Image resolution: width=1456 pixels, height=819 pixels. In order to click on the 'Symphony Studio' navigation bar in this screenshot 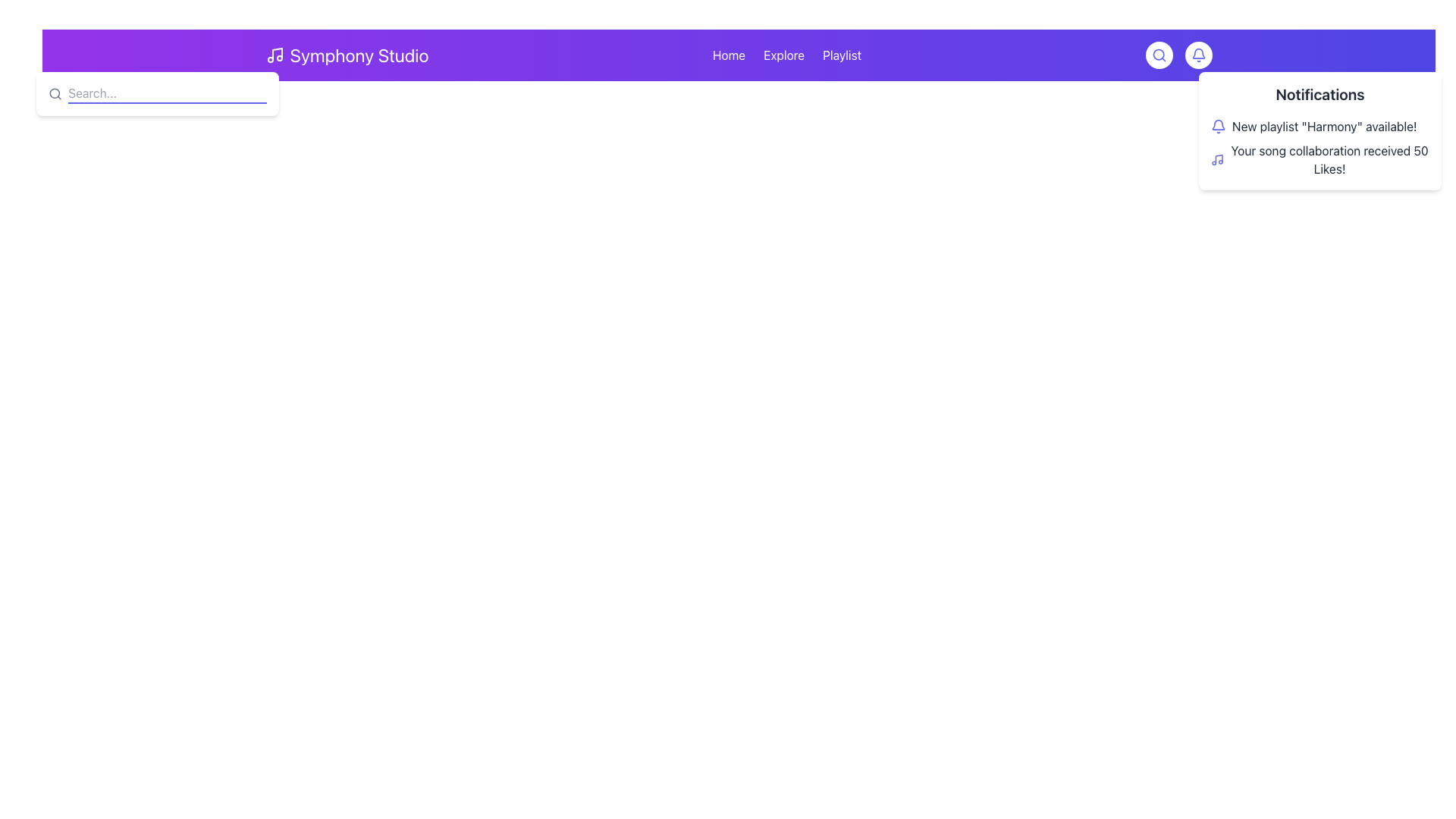, I will do `click(739, 55)`.